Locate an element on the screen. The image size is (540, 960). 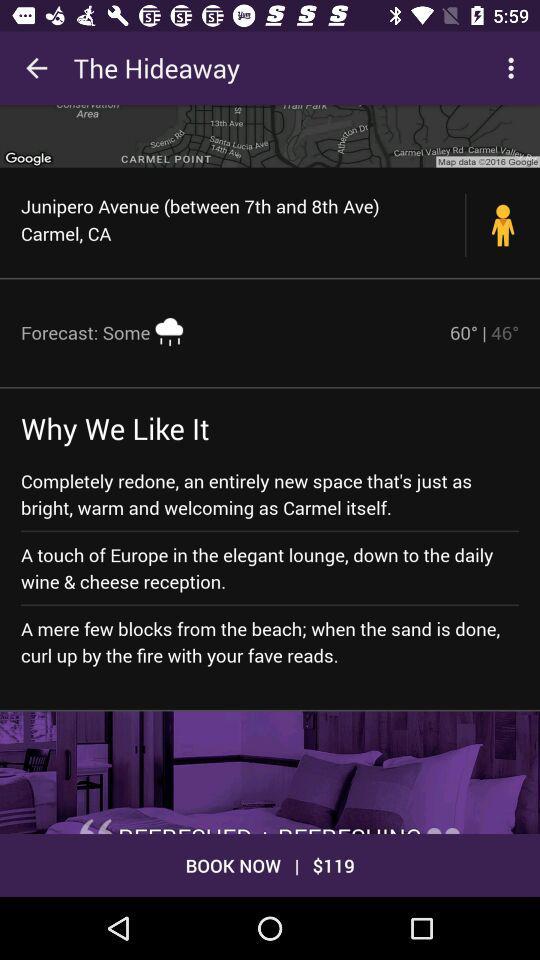
the icon above book now   |   $119 icon is located at coordinates (270, 771).